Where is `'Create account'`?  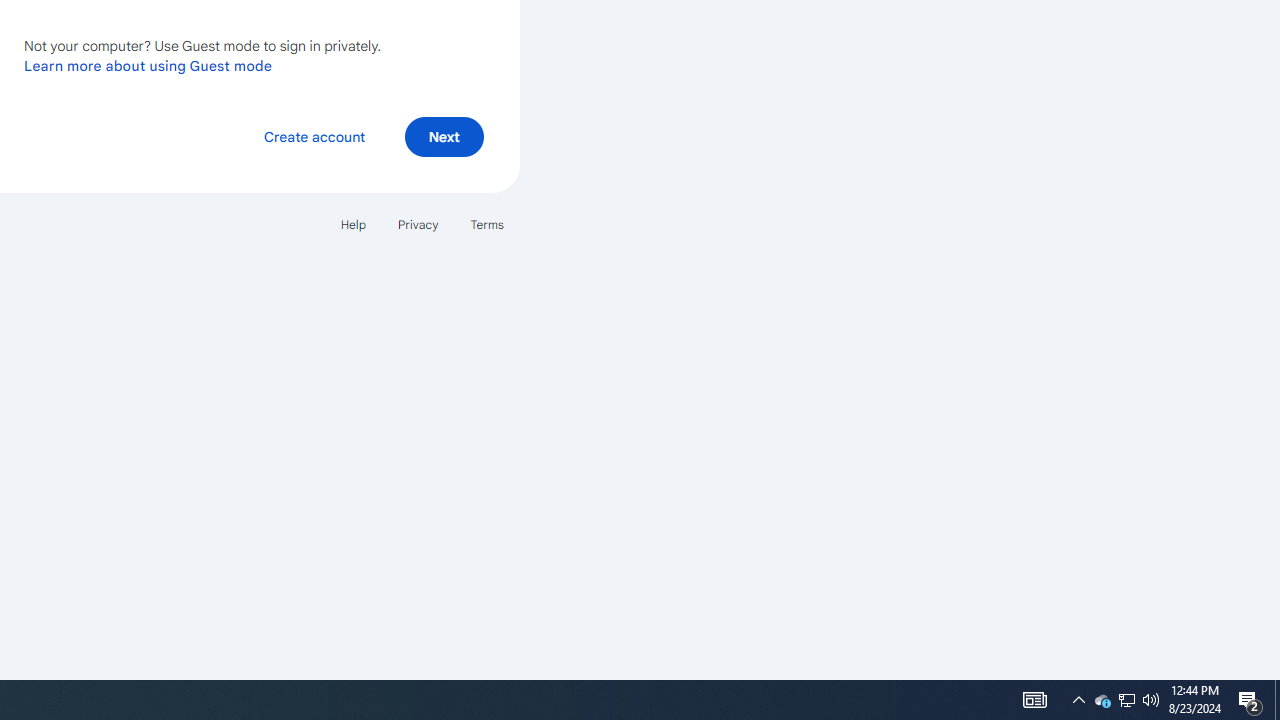
'Create account' is located at coordinates (313, 135).